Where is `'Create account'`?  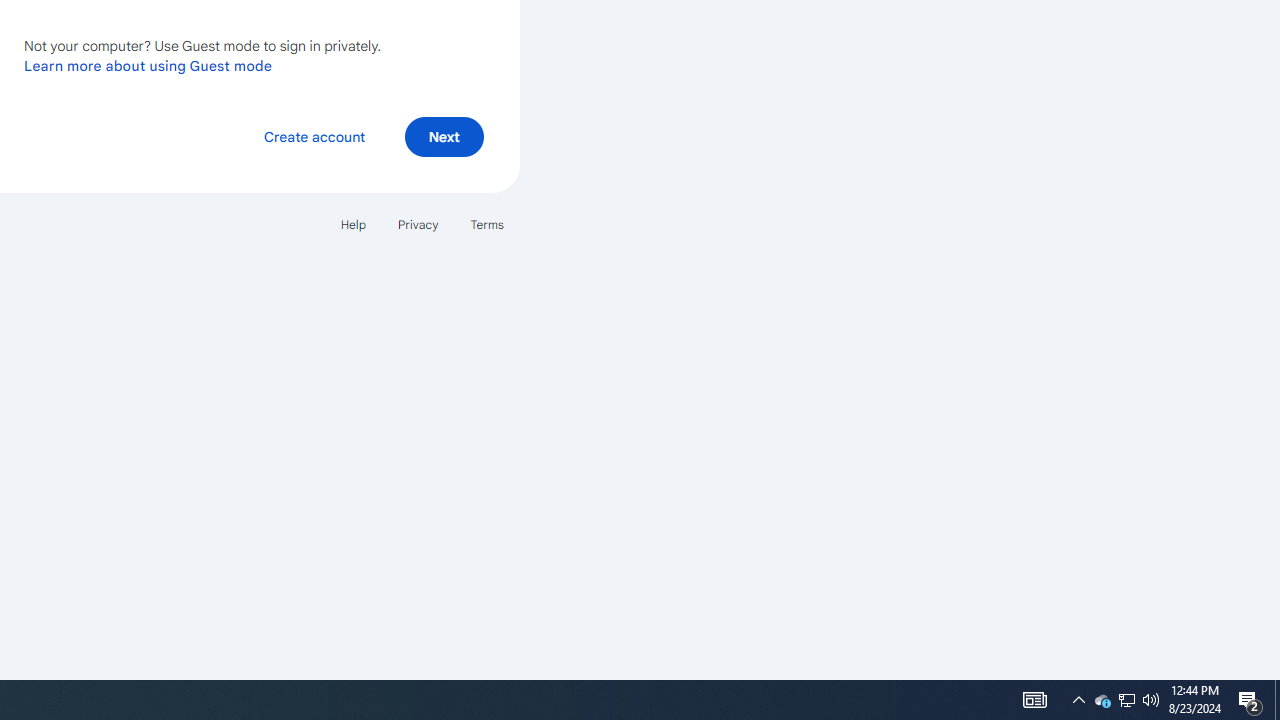
'Create account' is located at coordinates (313, 135).